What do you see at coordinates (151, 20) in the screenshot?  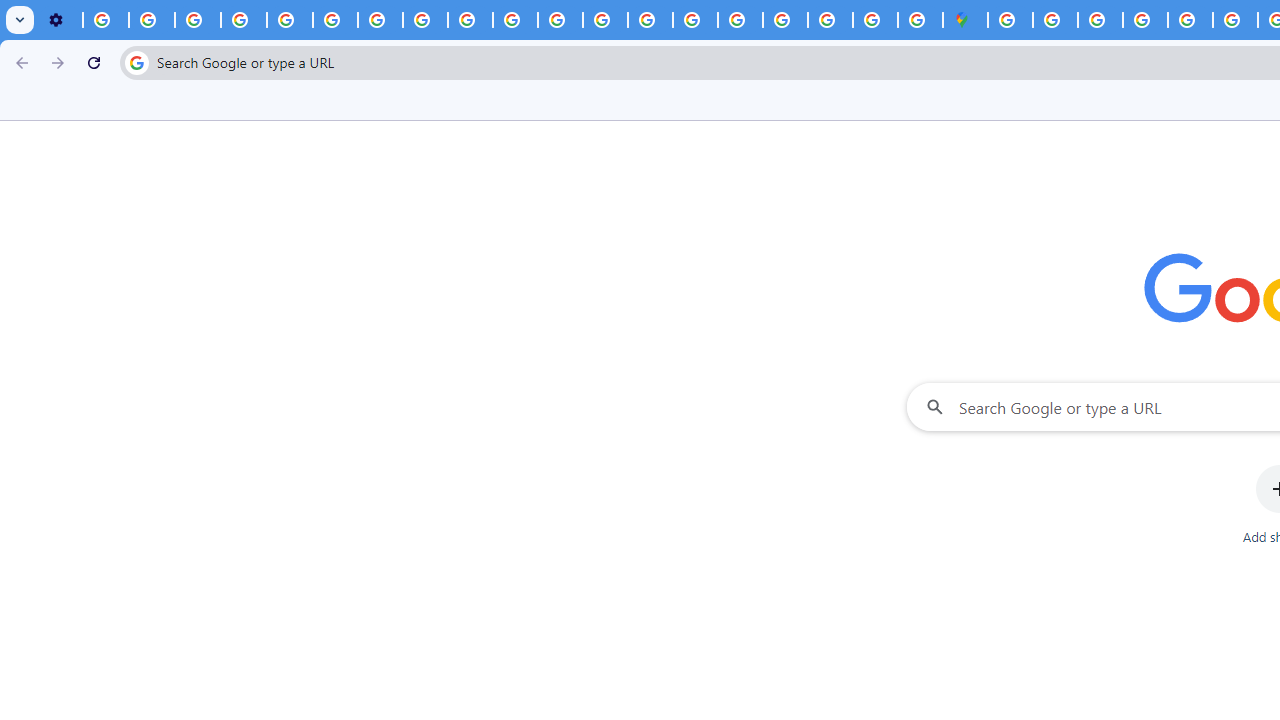 I see `'Learn how to find your photos - Google Photos Help'` at bounding box center [151, 20].